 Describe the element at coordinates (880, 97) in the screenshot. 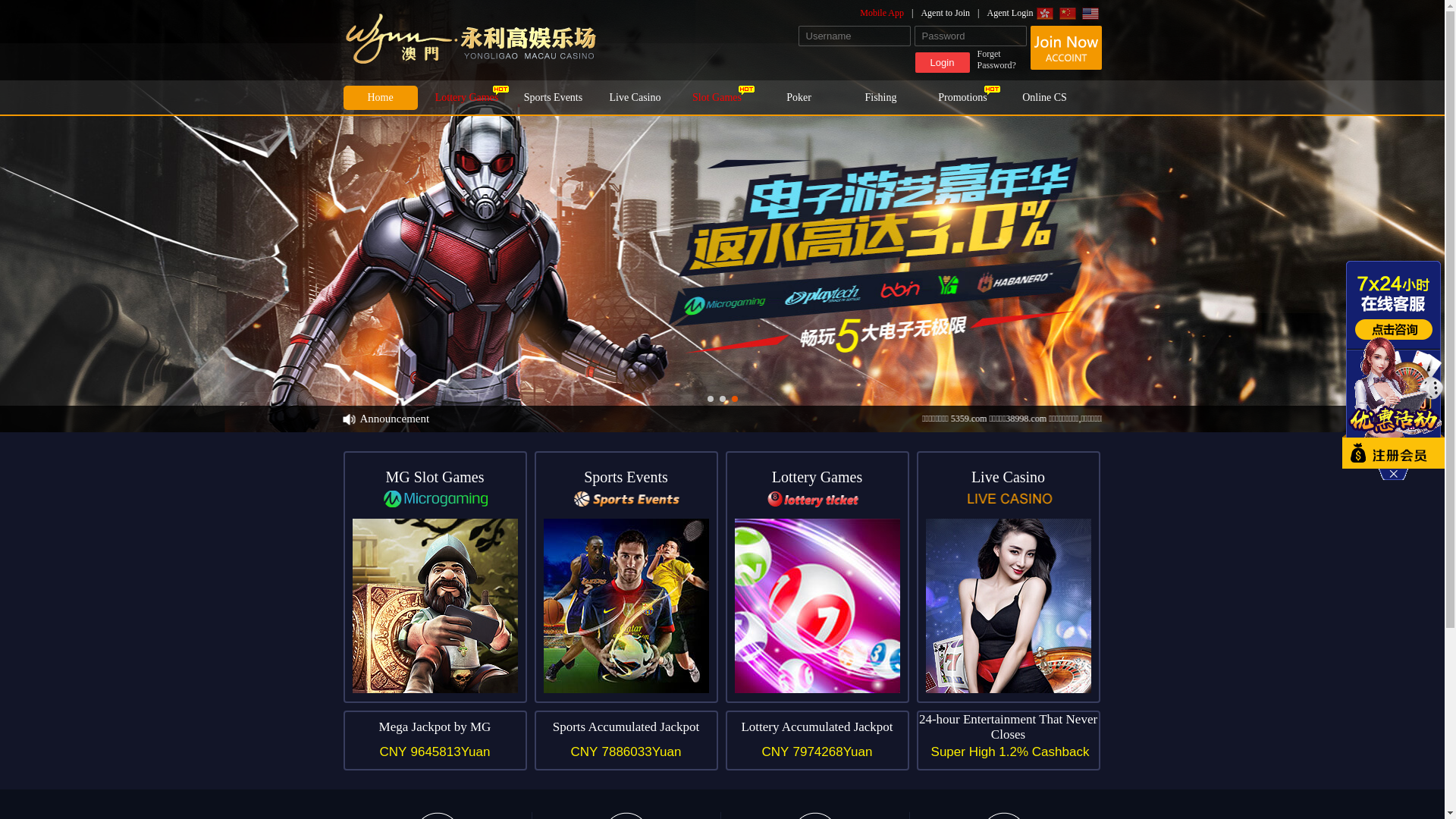

I see `'Fishing'` at that location.